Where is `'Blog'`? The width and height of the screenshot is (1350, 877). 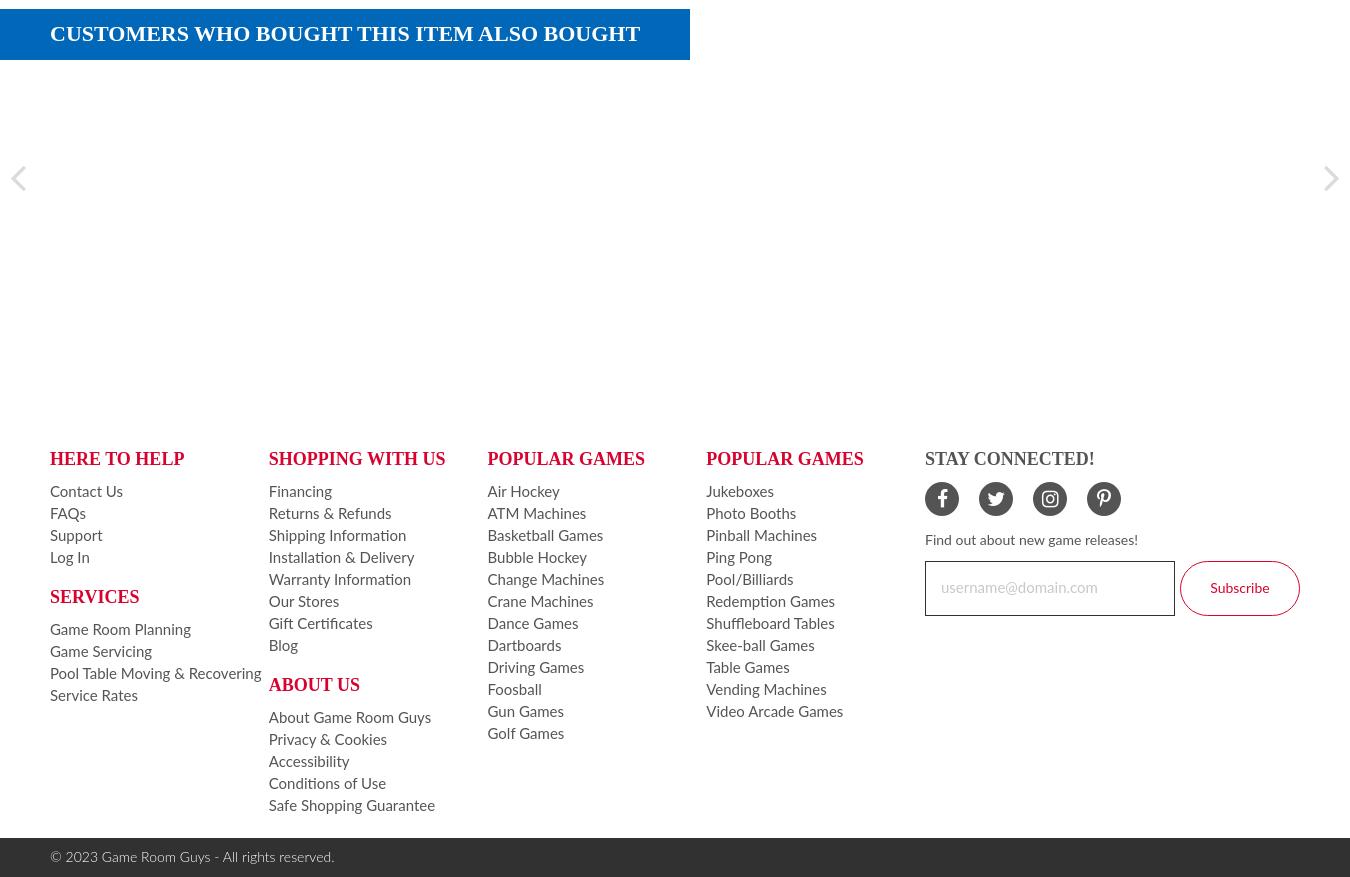
'Blog' is located at coordinates (266, 645).